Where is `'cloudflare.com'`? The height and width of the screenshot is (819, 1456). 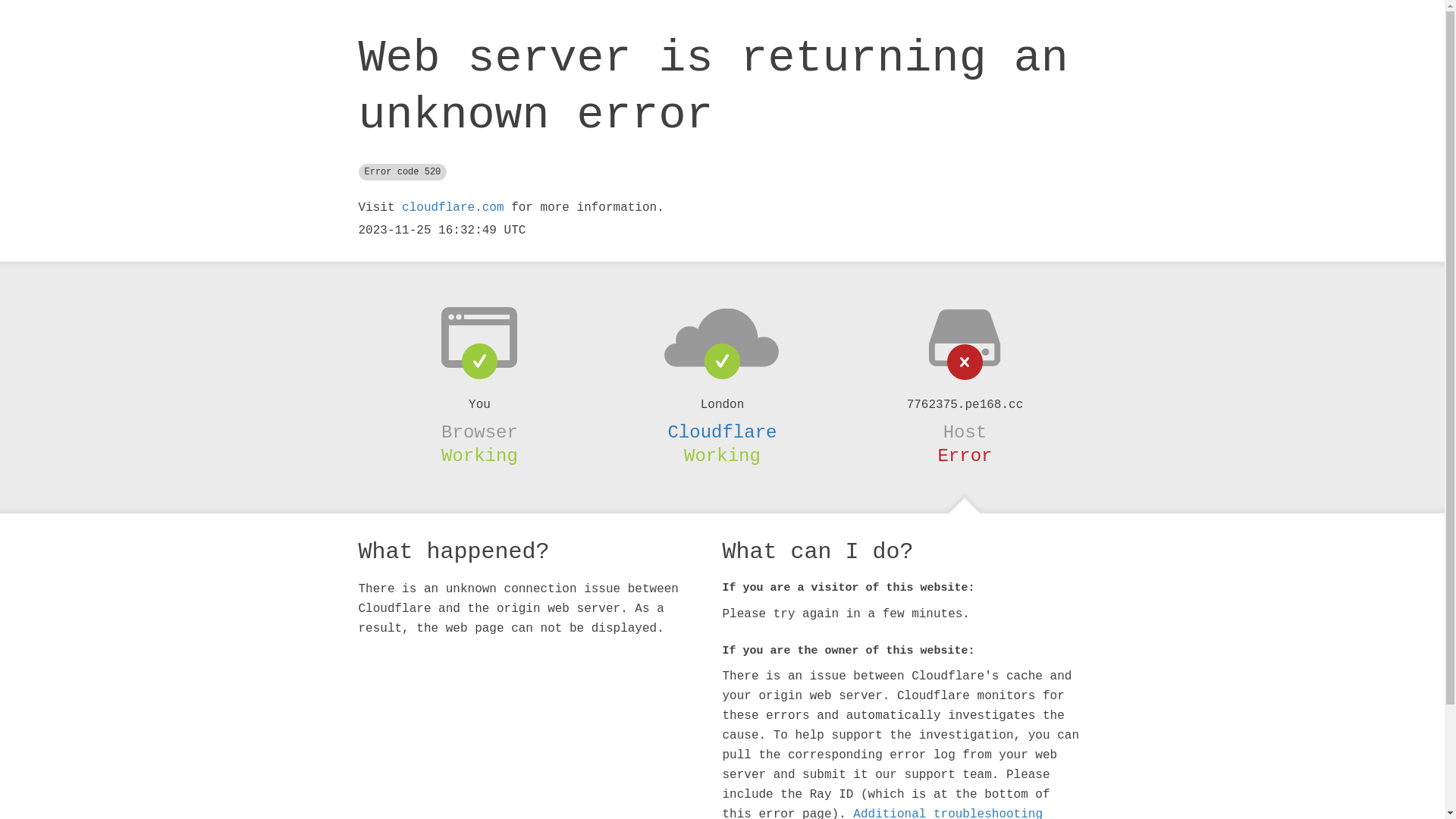 'cloudflare.com' is located at coordinates (401, 207).